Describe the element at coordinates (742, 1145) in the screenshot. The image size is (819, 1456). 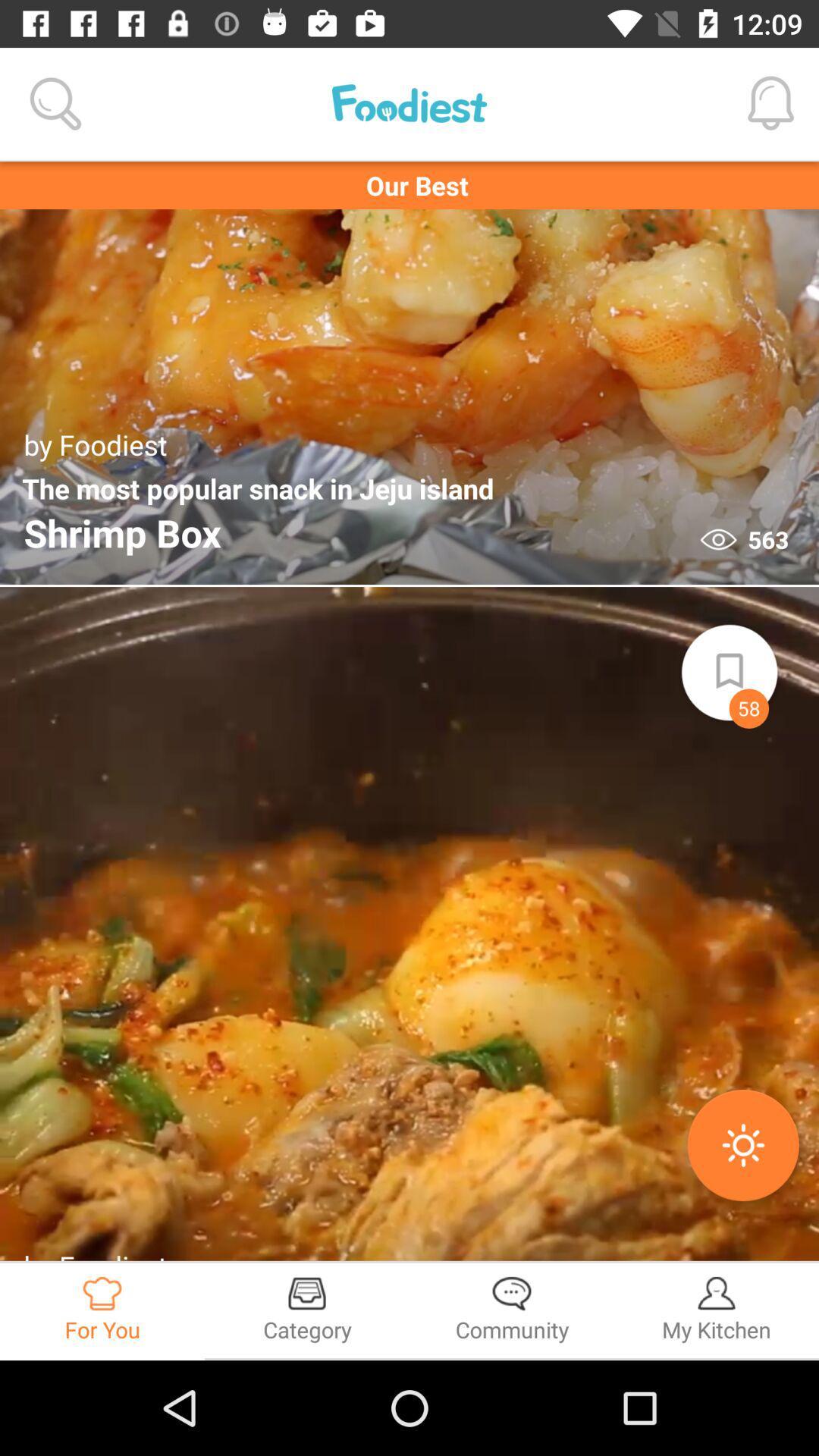
I see `the settings icon` at that location.